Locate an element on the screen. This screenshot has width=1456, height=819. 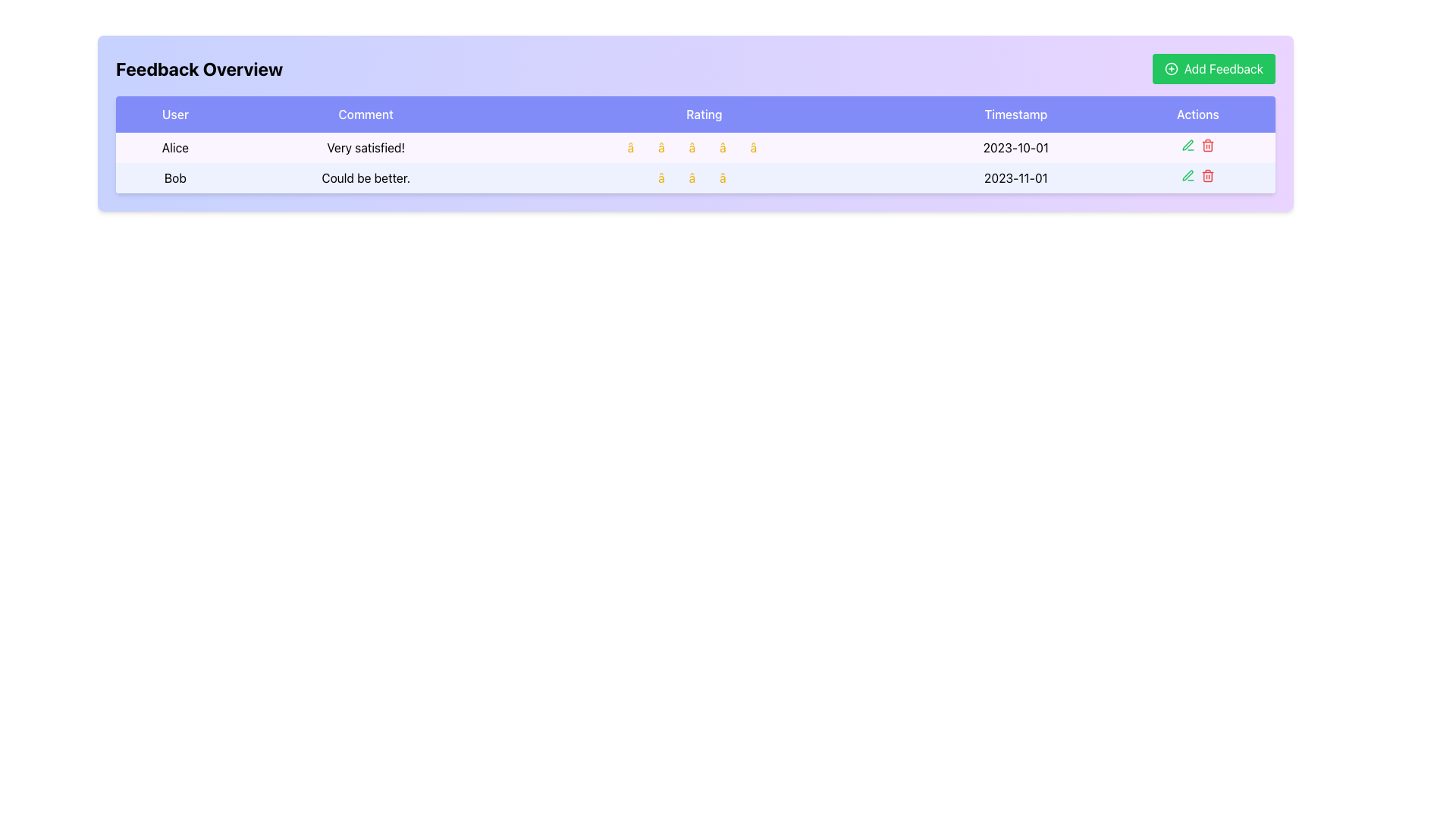
text from the label that says 'Alice' in black, located in the first cell under the 'User' column of the feedback table in the 'Feedback Overview' card is located at coordinates (175, 148).